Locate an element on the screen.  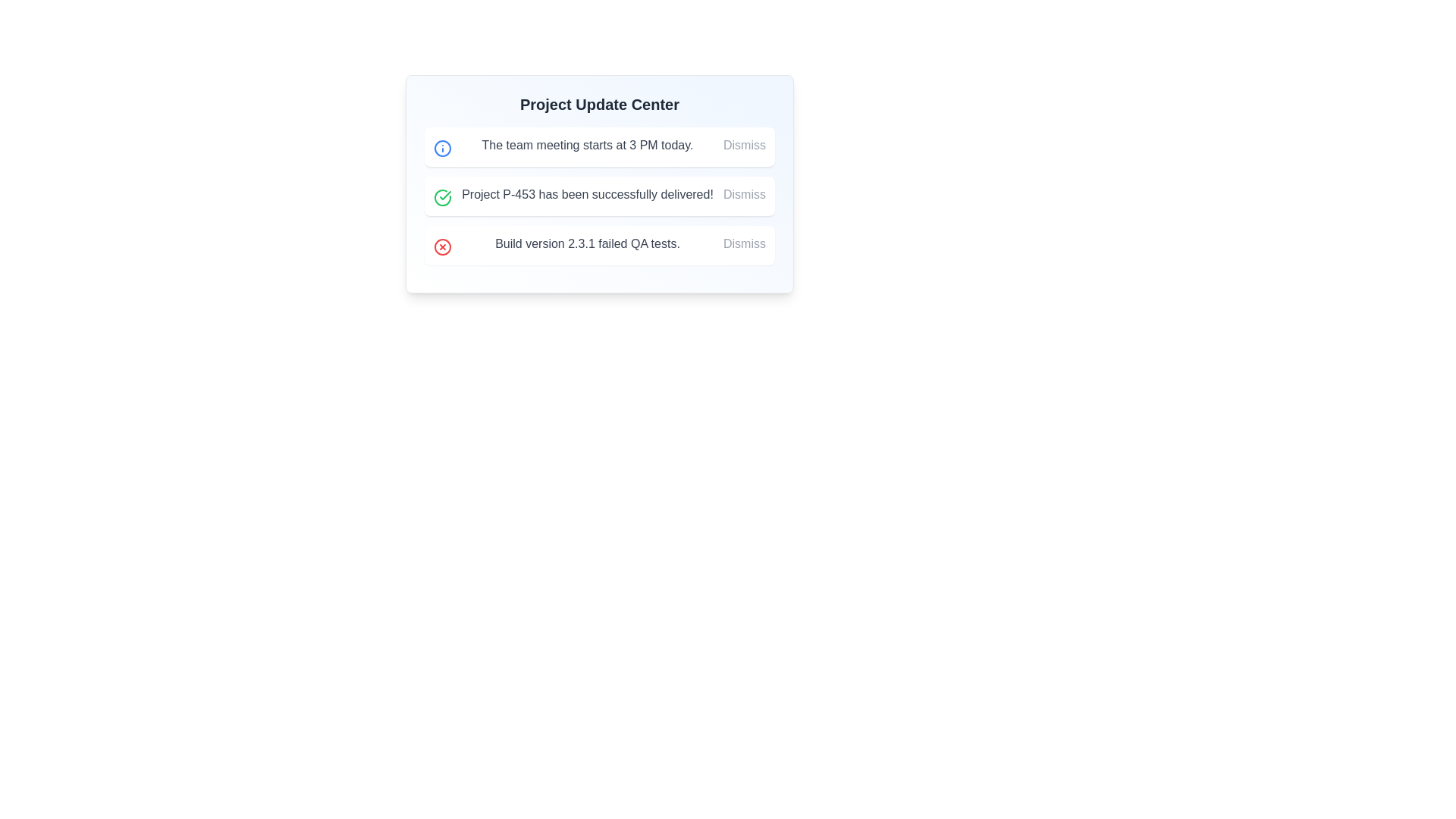
the Text Display that conveys information about a scheduled team meeting, located in the center of the notification card is located at coordinates (586, 146).